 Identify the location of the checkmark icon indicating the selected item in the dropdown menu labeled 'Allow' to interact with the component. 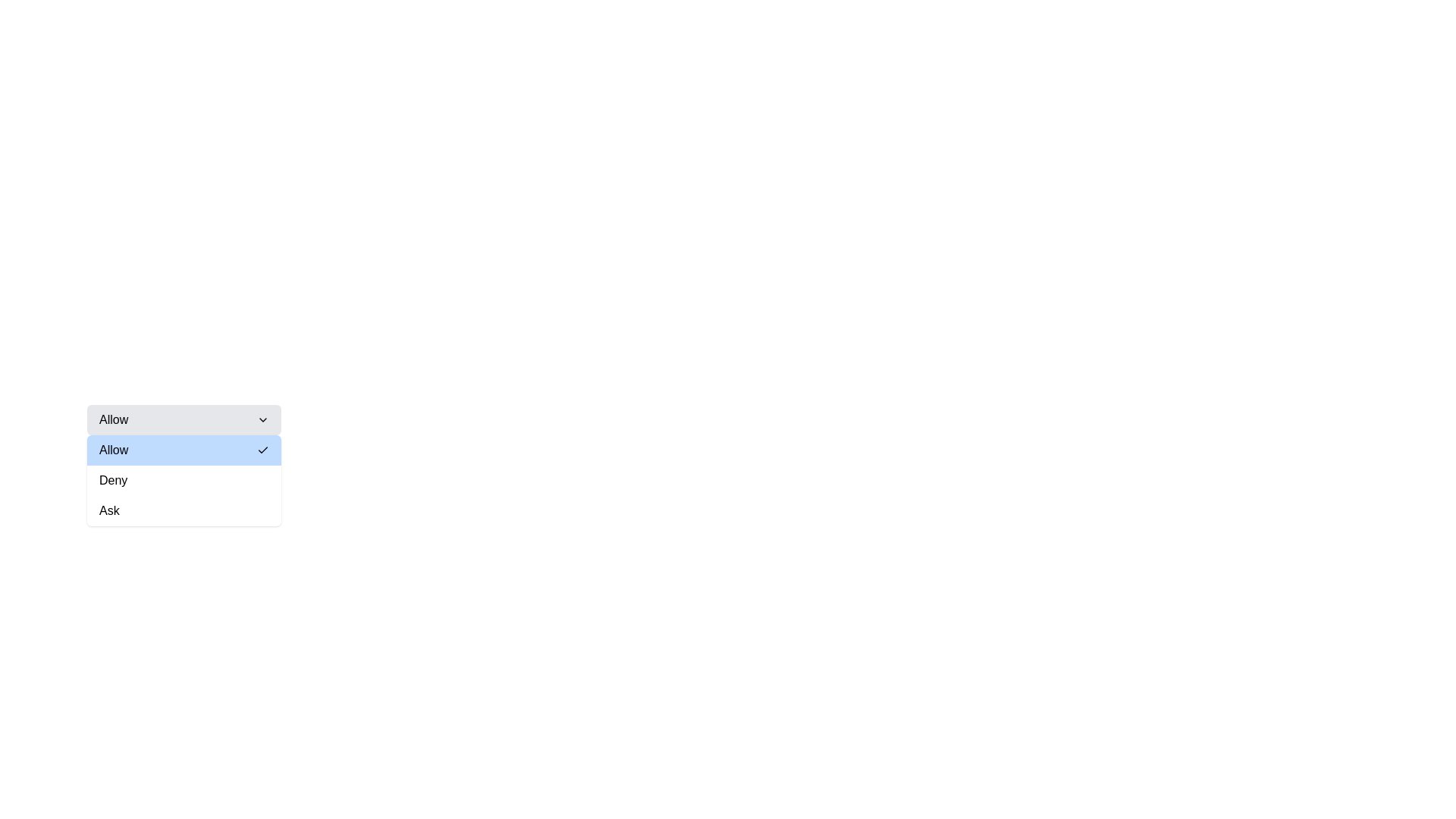
(262, 450).